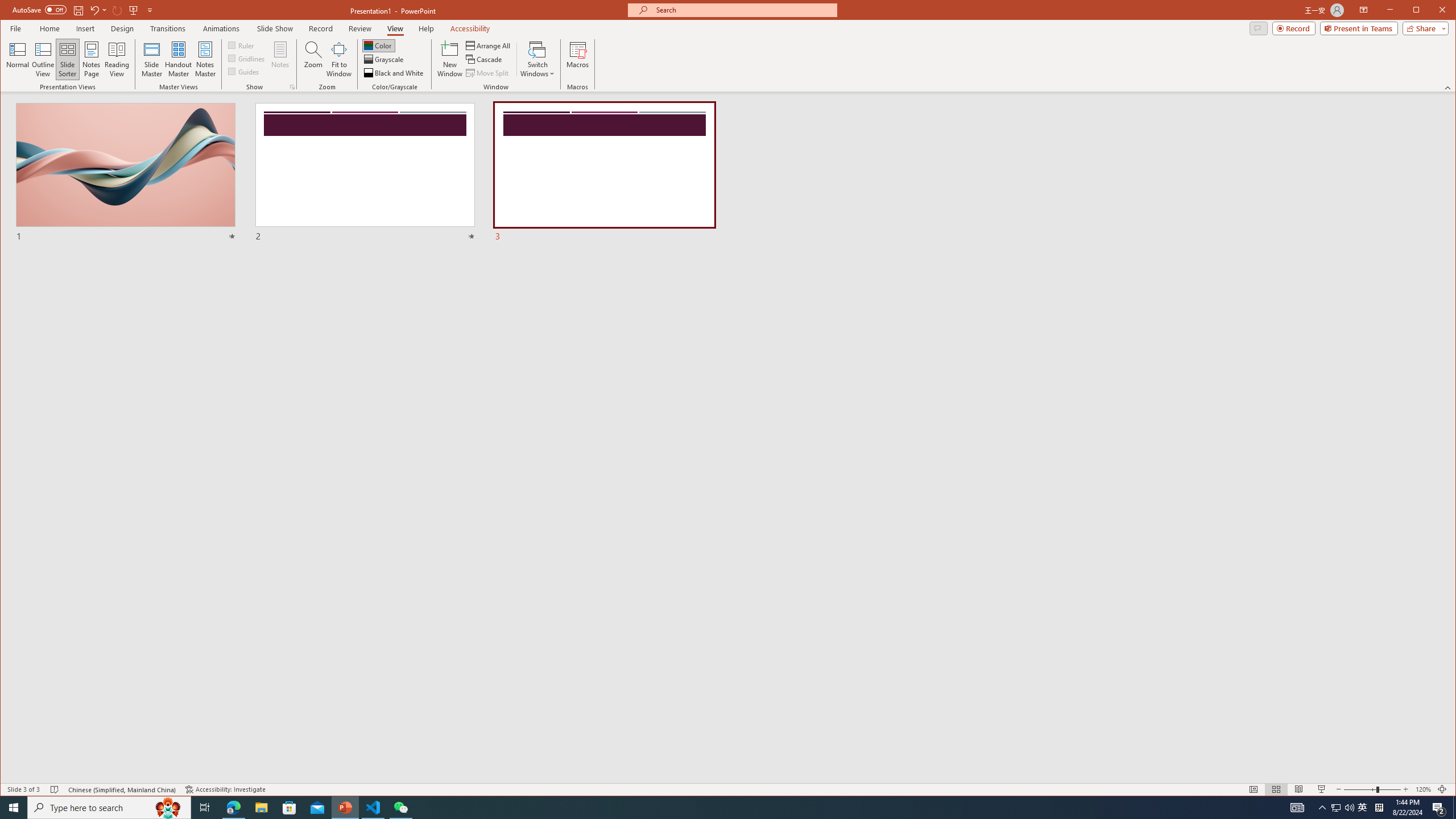 Image resolution: width=1456 pixels, height=819 pixels. Describe the element at coordinates (384, 59) in the screenshot. I see `'Grayscale'` at that location.